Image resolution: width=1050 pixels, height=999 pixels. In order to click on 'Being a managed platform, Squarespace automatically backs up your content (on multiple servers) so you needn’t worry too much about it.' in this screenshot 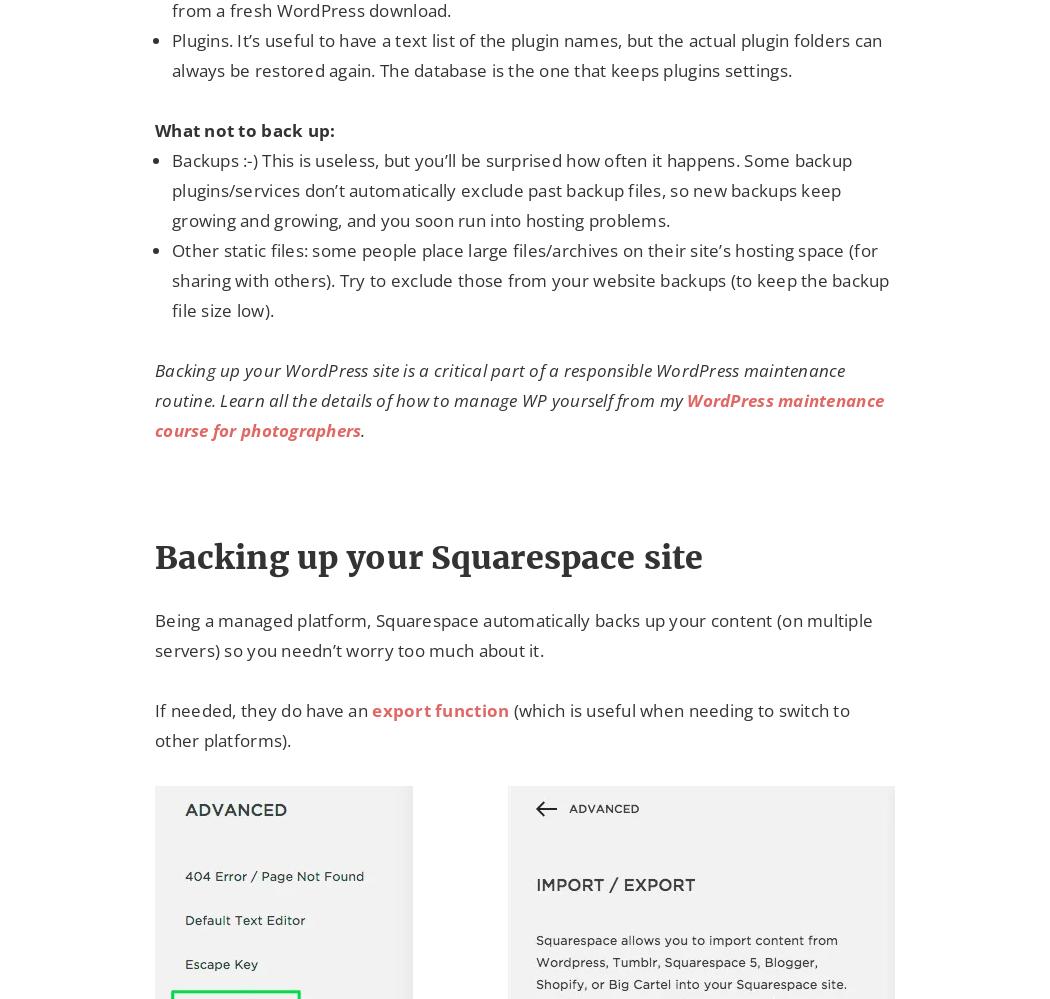, I will do `click(512, 633)`.